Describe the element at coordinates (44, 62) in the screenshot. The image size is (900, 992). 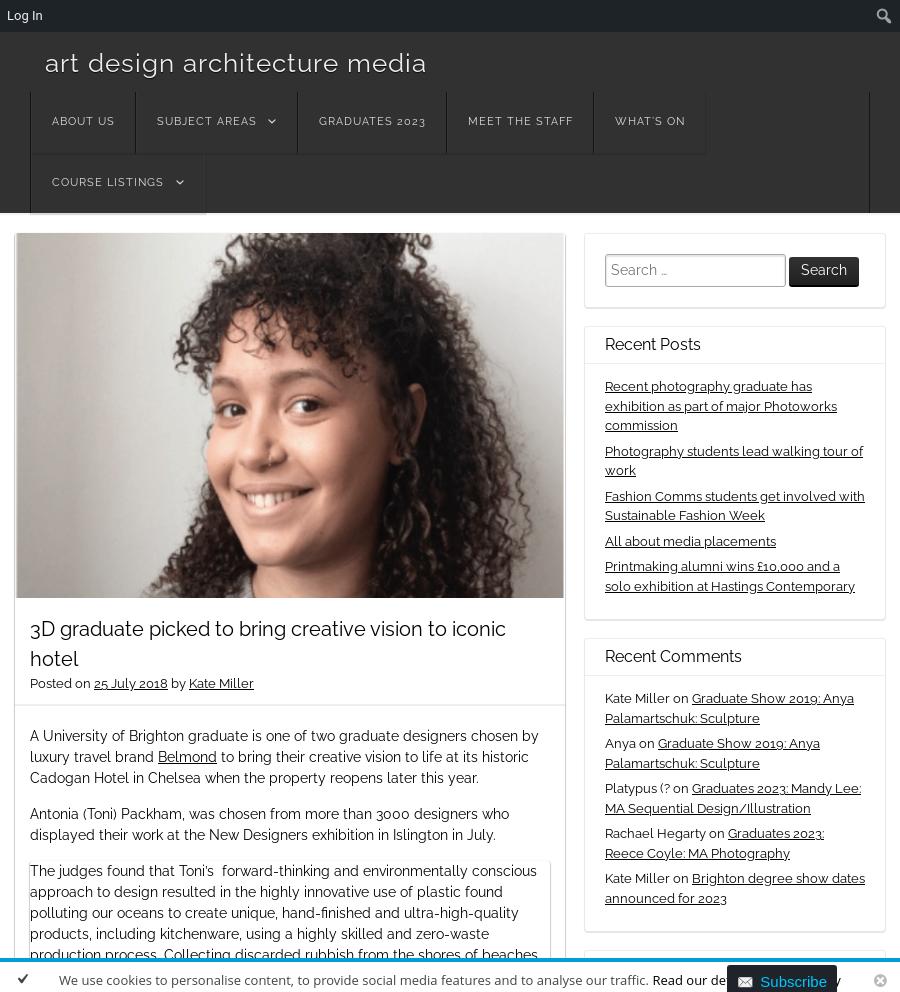
I see `'art design architecture media'` at that location.